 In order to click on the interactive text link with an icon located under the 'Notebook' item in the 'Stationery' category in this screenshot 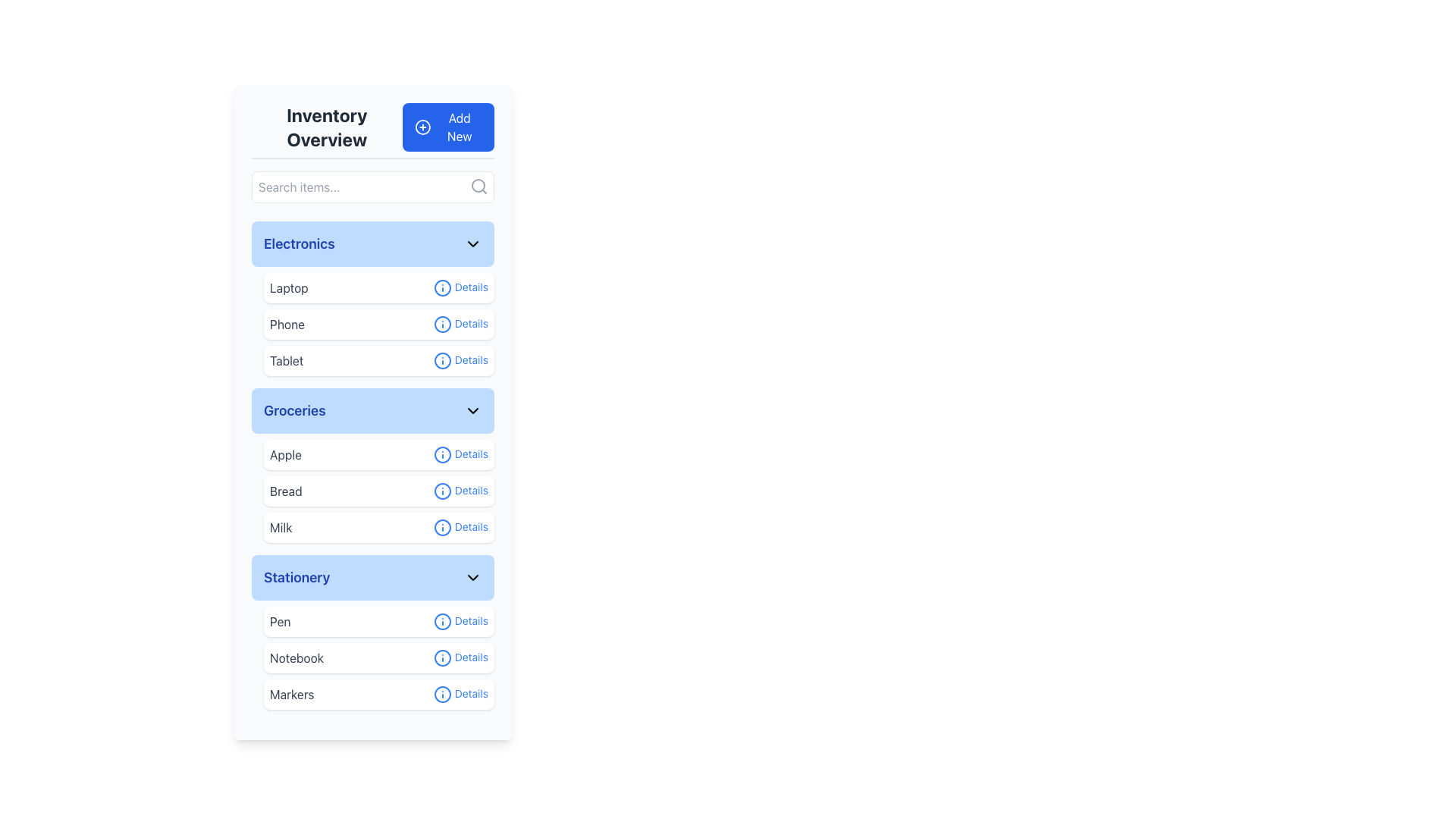, I will do `click(460, 657)`.